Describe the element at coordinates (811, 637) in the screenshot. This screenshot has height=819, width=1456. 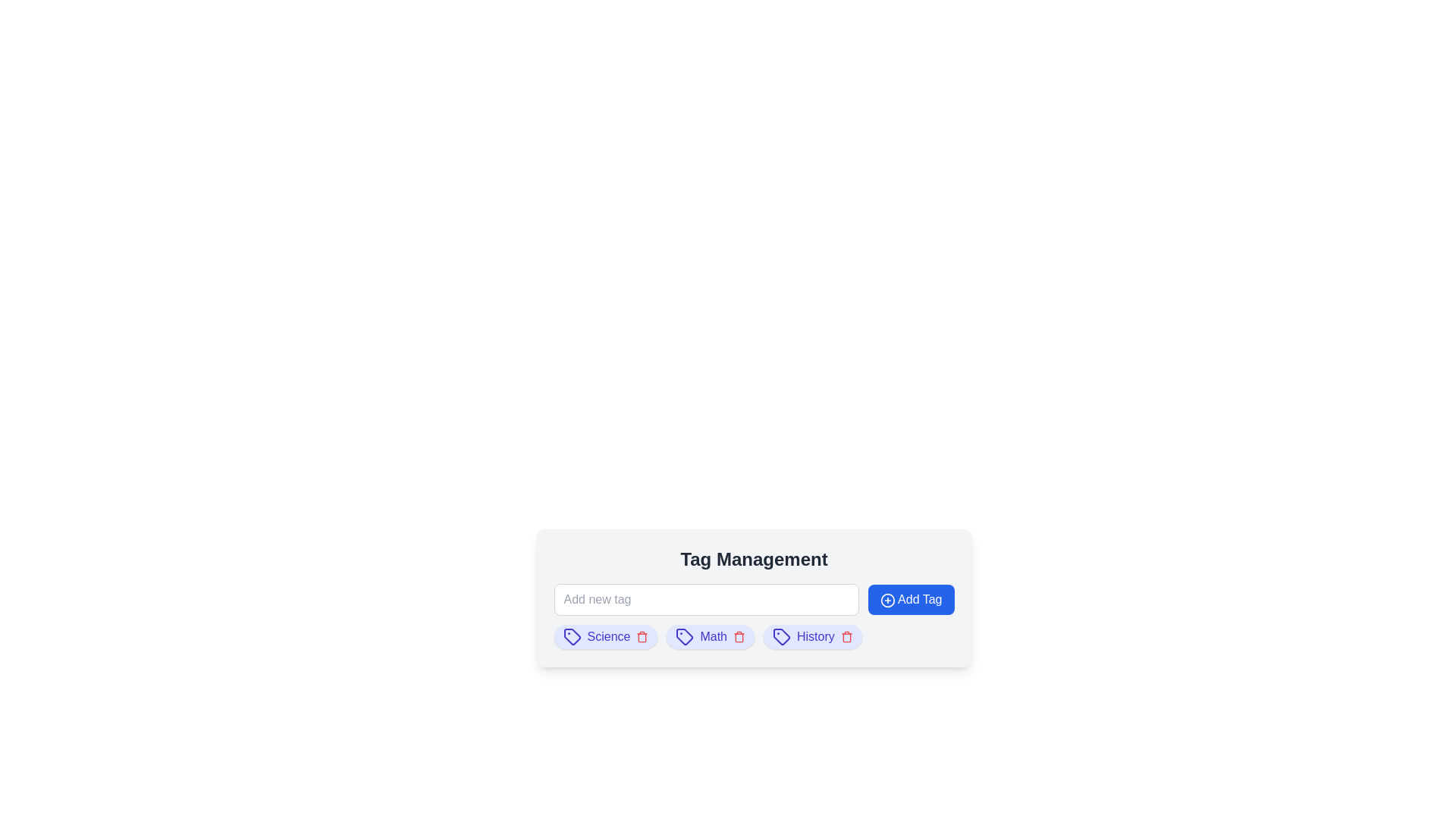
I see `the 'History' tag component, which is the third tag in the row under the 'Tag Management' section` at that location.